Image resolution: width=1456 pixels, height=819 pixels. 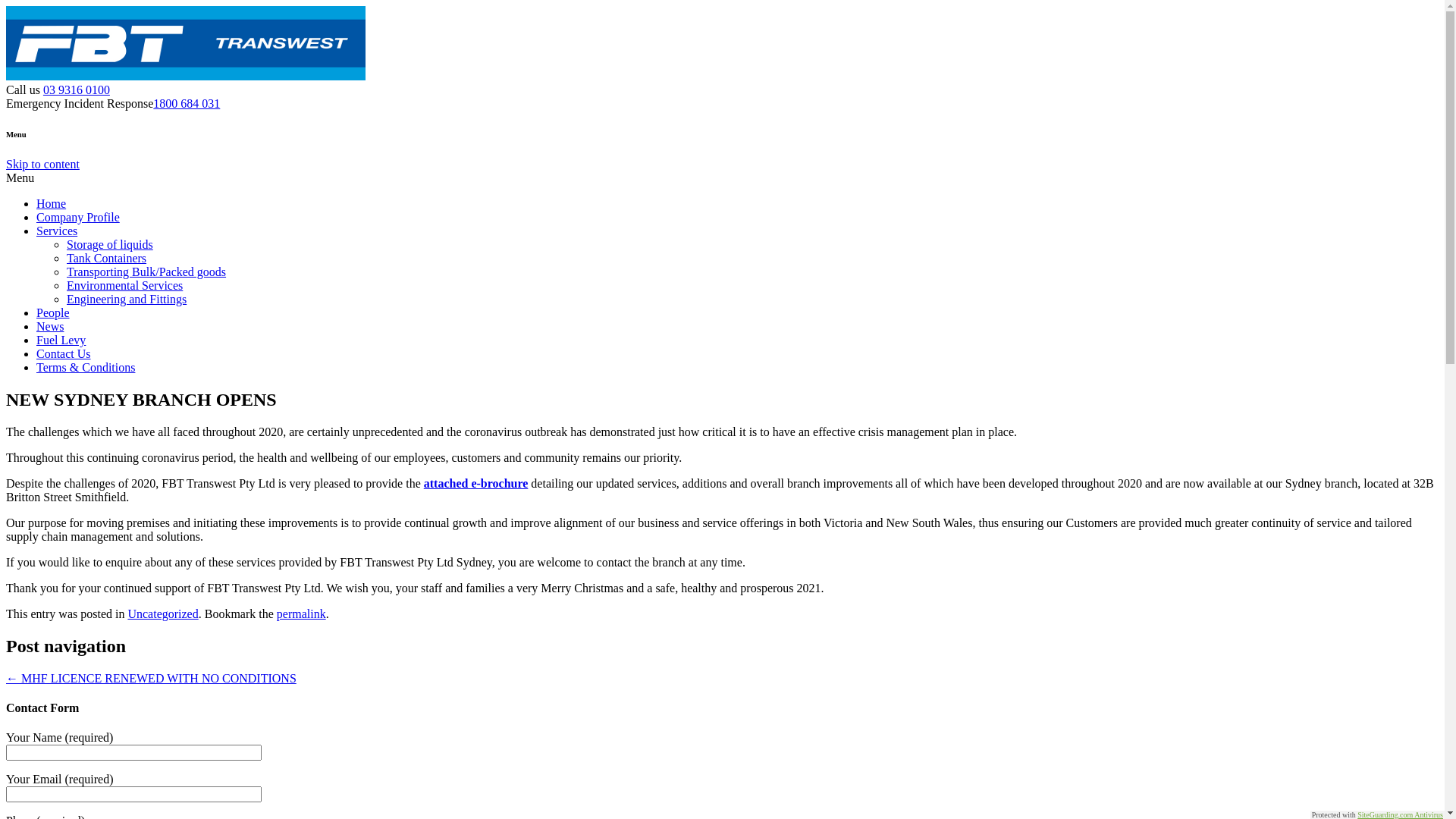 What do you see at coordinates (127, 299) in the screenshot?
I see `'Engineering and Fittings'` at bounding box center [127, 299].